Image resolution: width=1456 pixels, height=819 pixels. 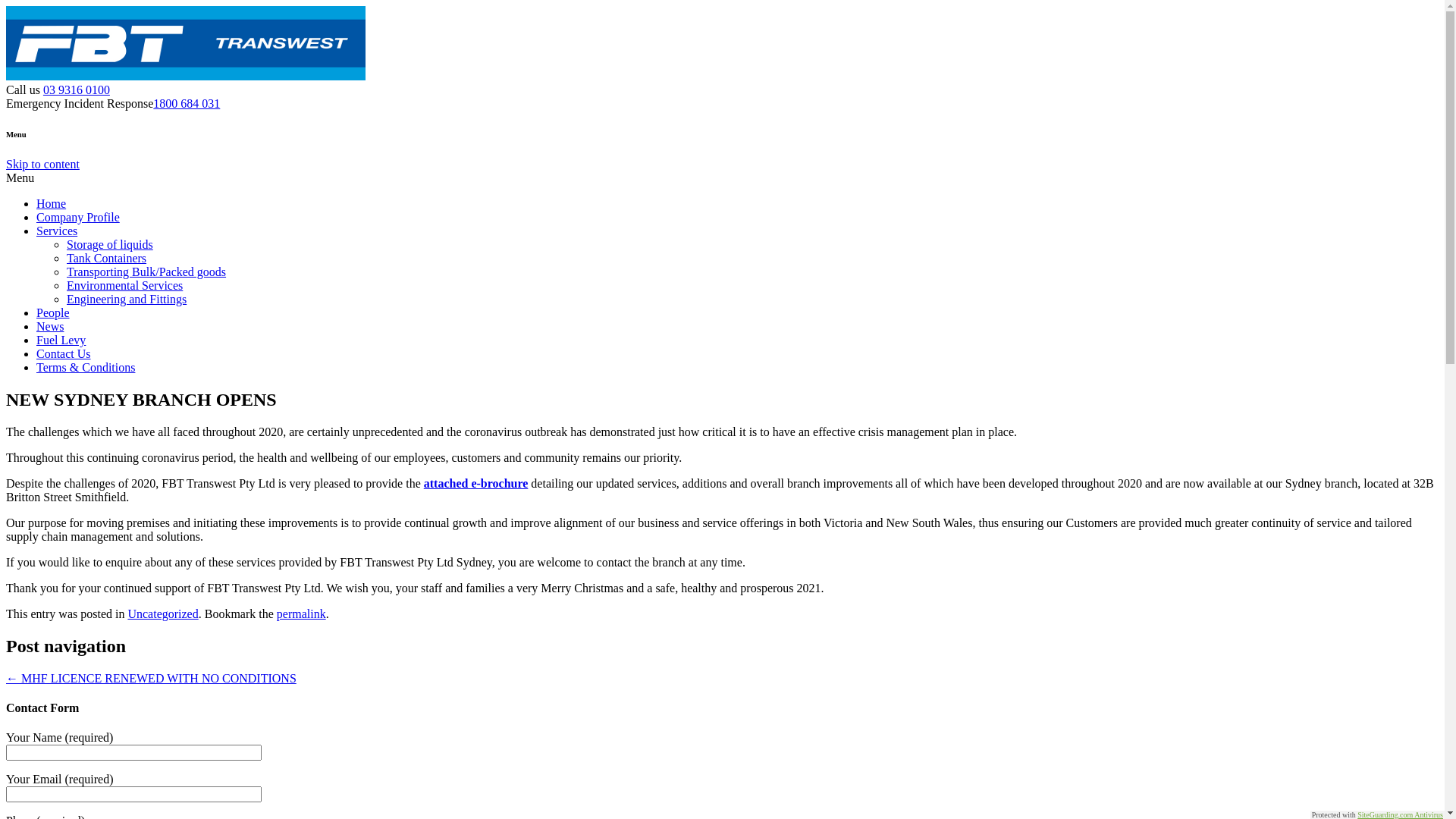 What do you see at coordinates (127, 299) in the screenshot?
I see `'Engineering and Fittings'` at bounding box center [127, 299].